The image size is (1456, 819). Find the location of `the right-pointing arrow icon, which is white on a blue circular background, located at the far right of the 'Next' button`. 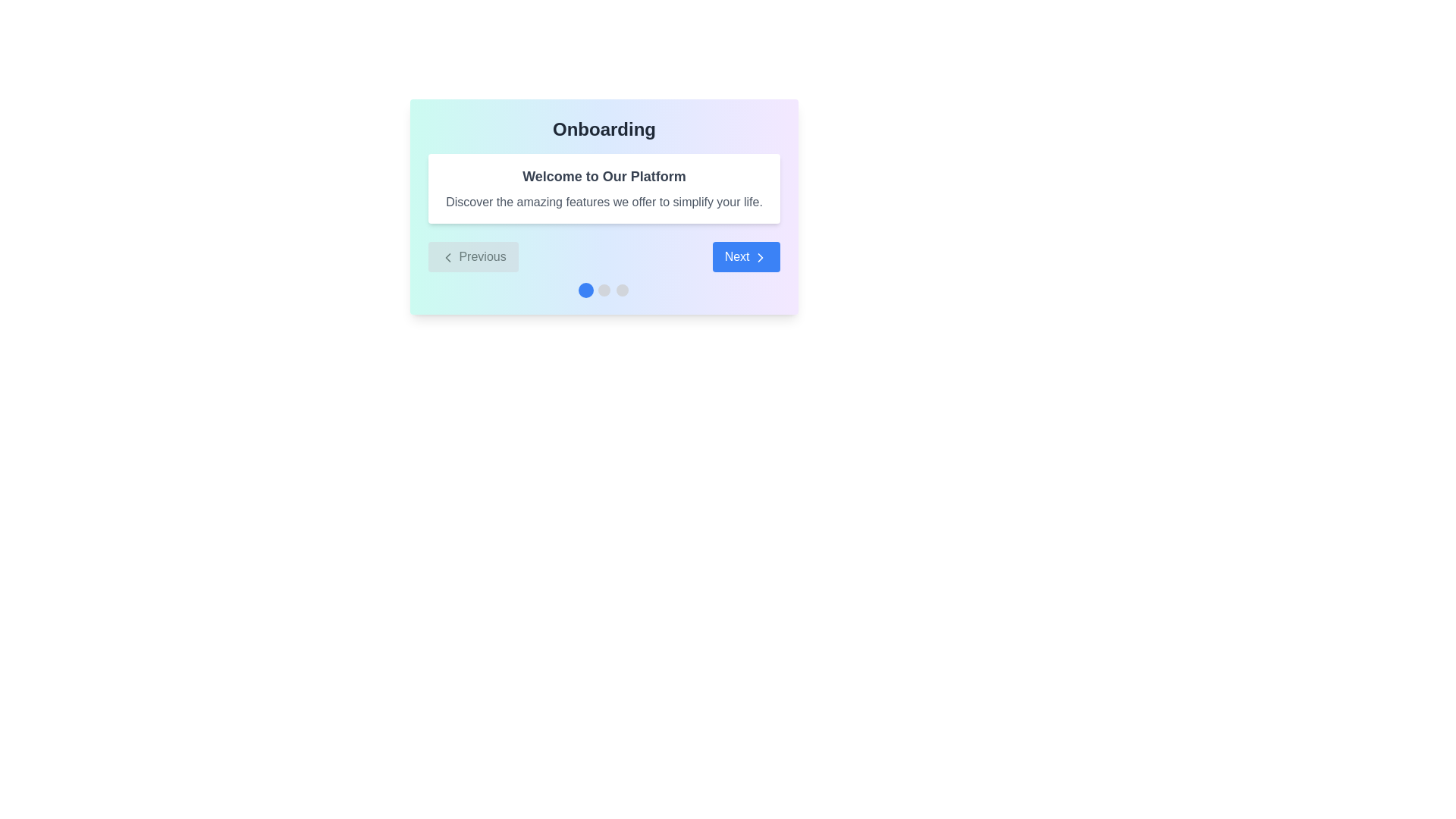

the right-pointing arrow icon, which is white on a blue circular background, located at the far right of the 'Next' button is located at coordinates (761, 256).